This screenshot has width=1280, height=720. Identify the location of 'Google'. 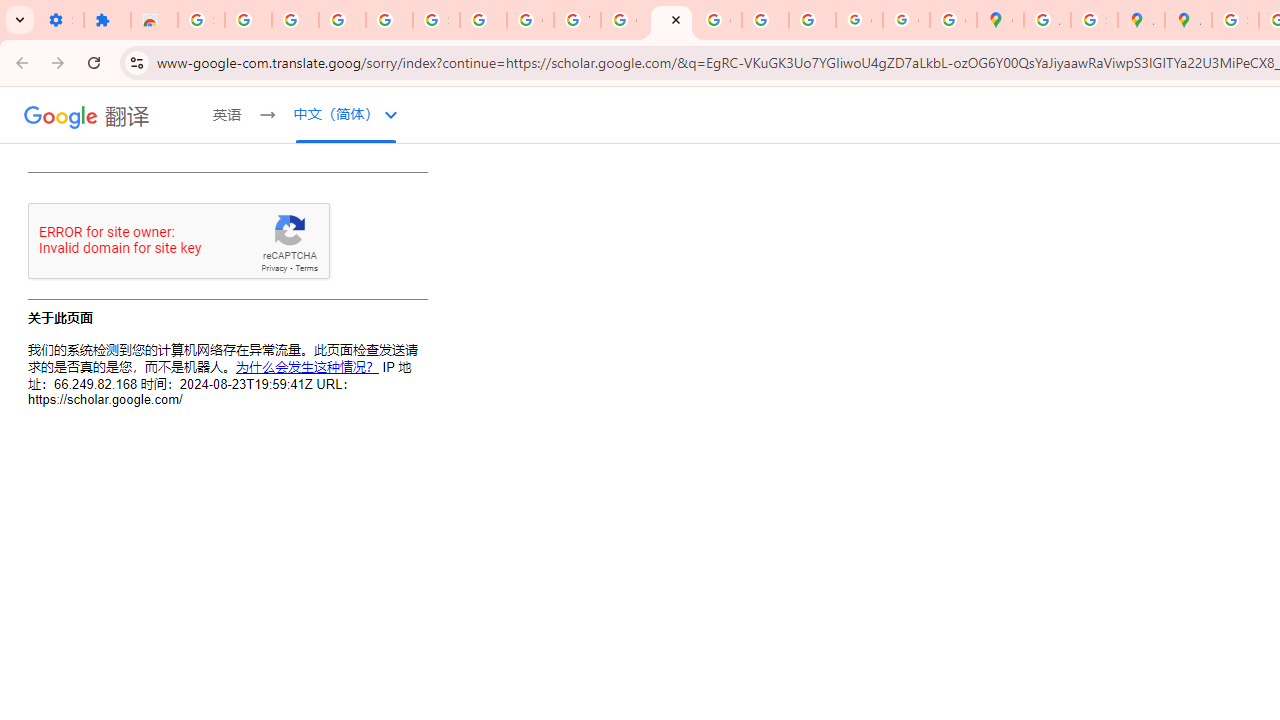
(61, 116).